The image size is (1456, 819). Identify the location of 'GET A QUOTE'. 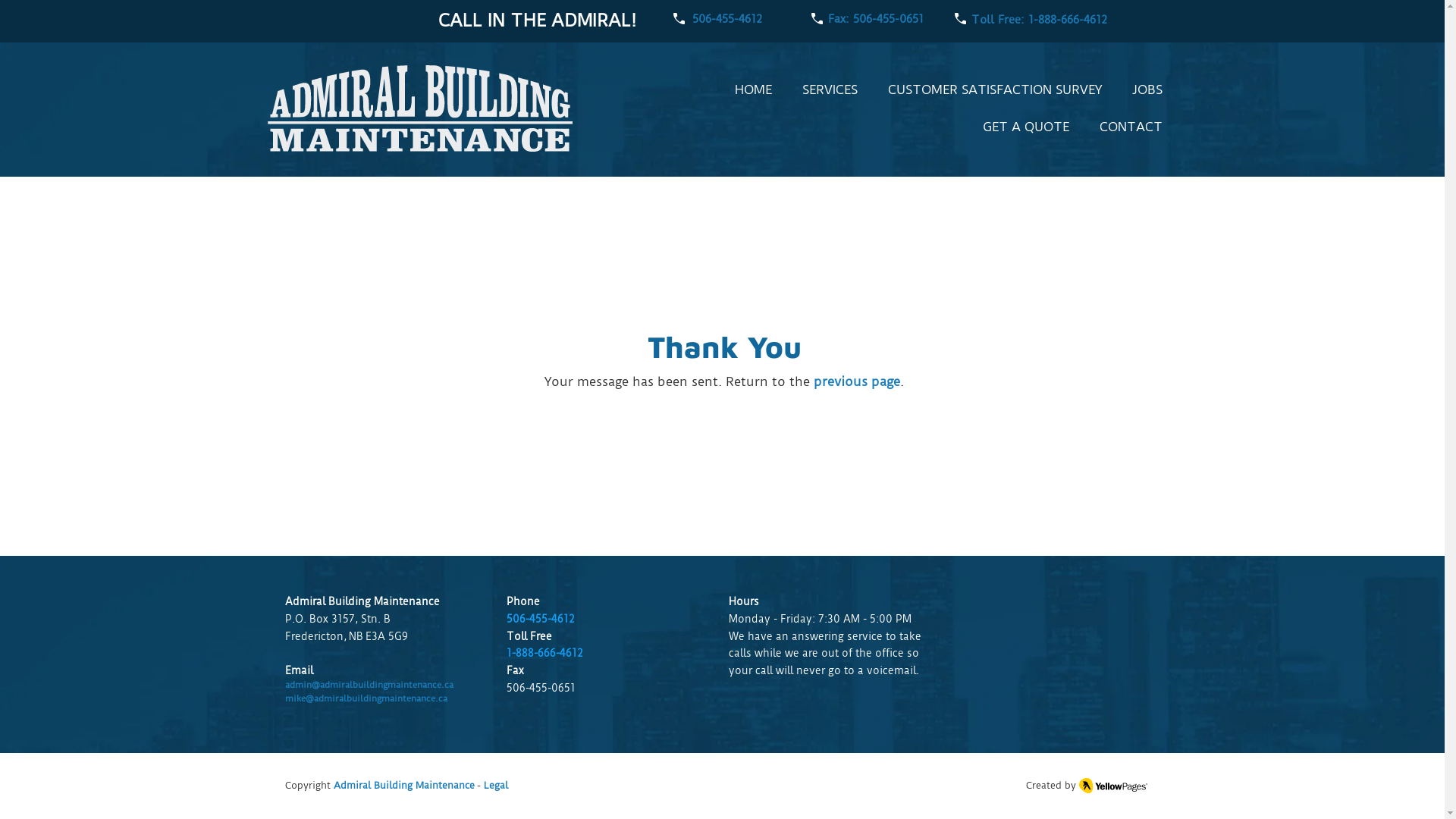
(1026, 126).